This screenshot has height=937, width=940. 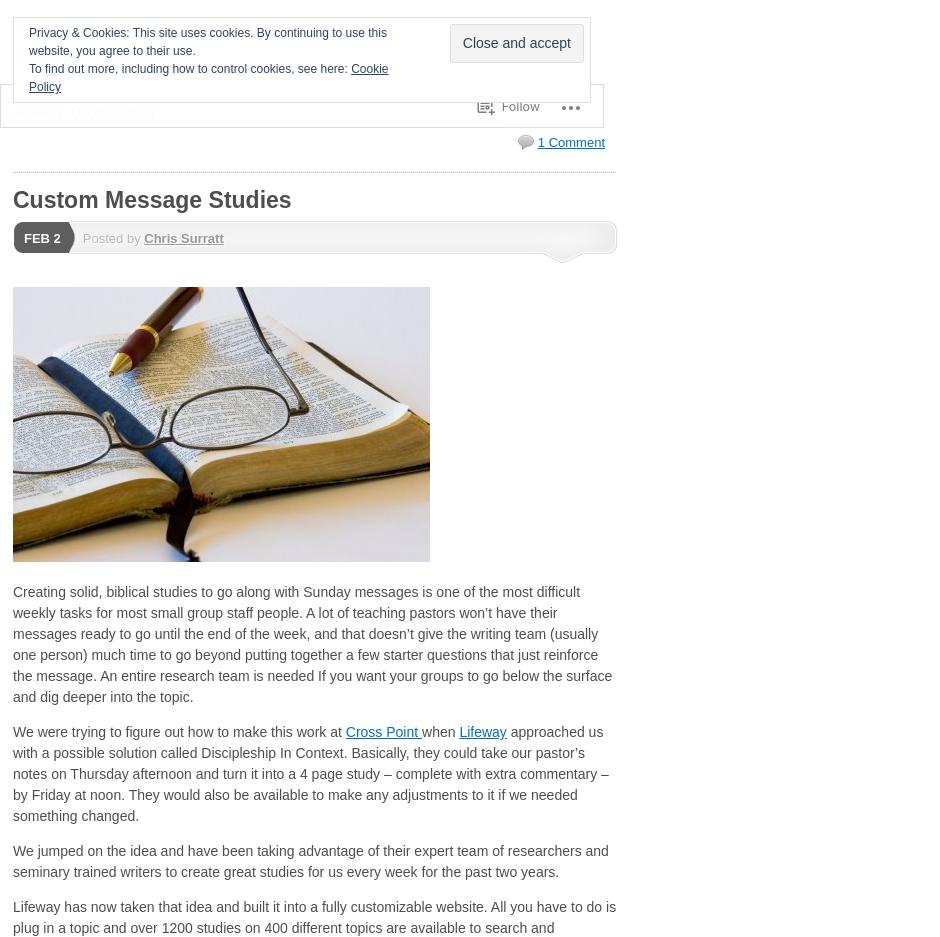 I want to click on 'Posted by', so click(x=112, y=237).